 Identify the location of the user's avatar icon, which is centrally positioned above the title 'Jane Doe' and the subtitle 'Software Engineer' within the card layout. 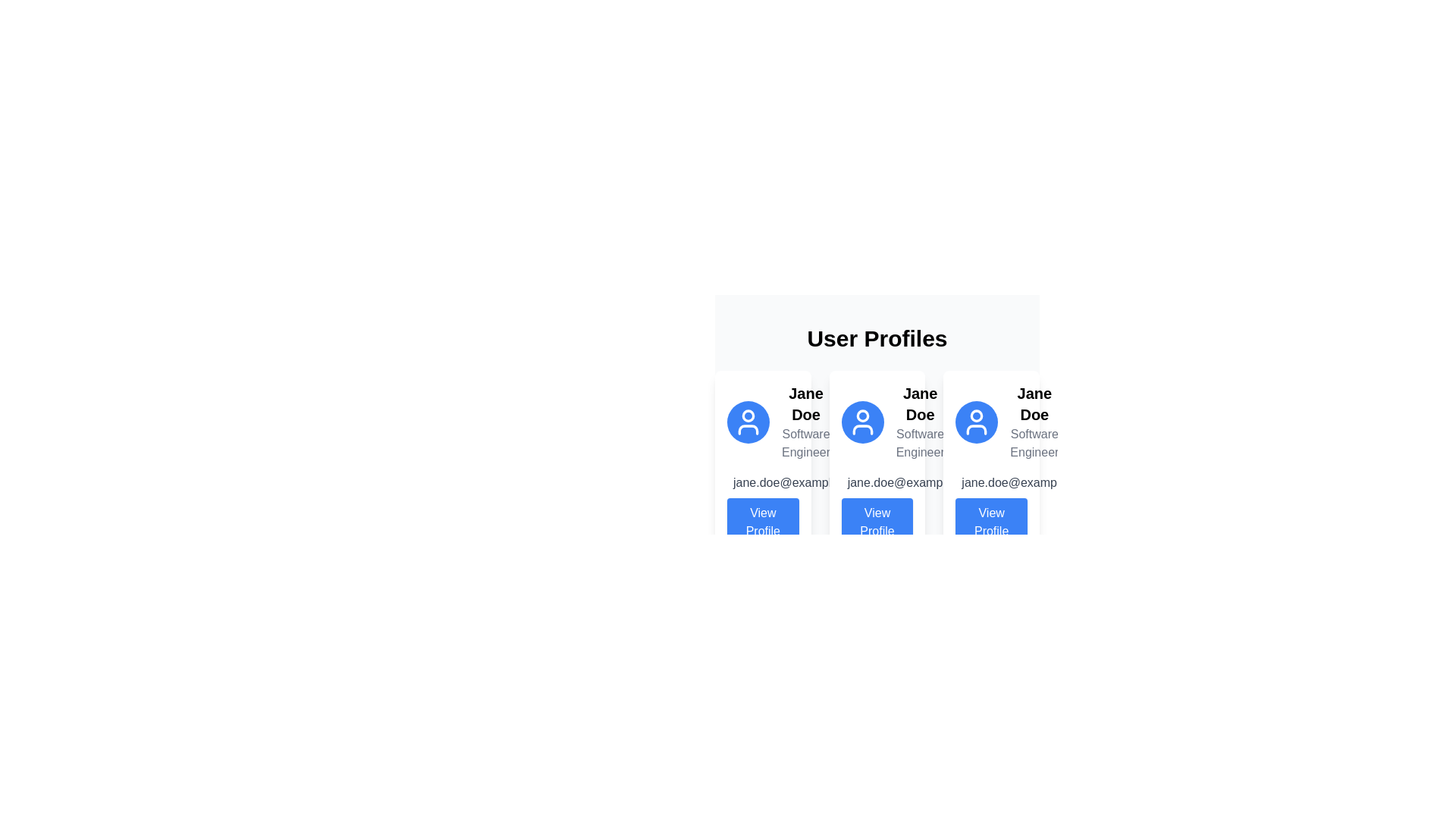
(862, 422).